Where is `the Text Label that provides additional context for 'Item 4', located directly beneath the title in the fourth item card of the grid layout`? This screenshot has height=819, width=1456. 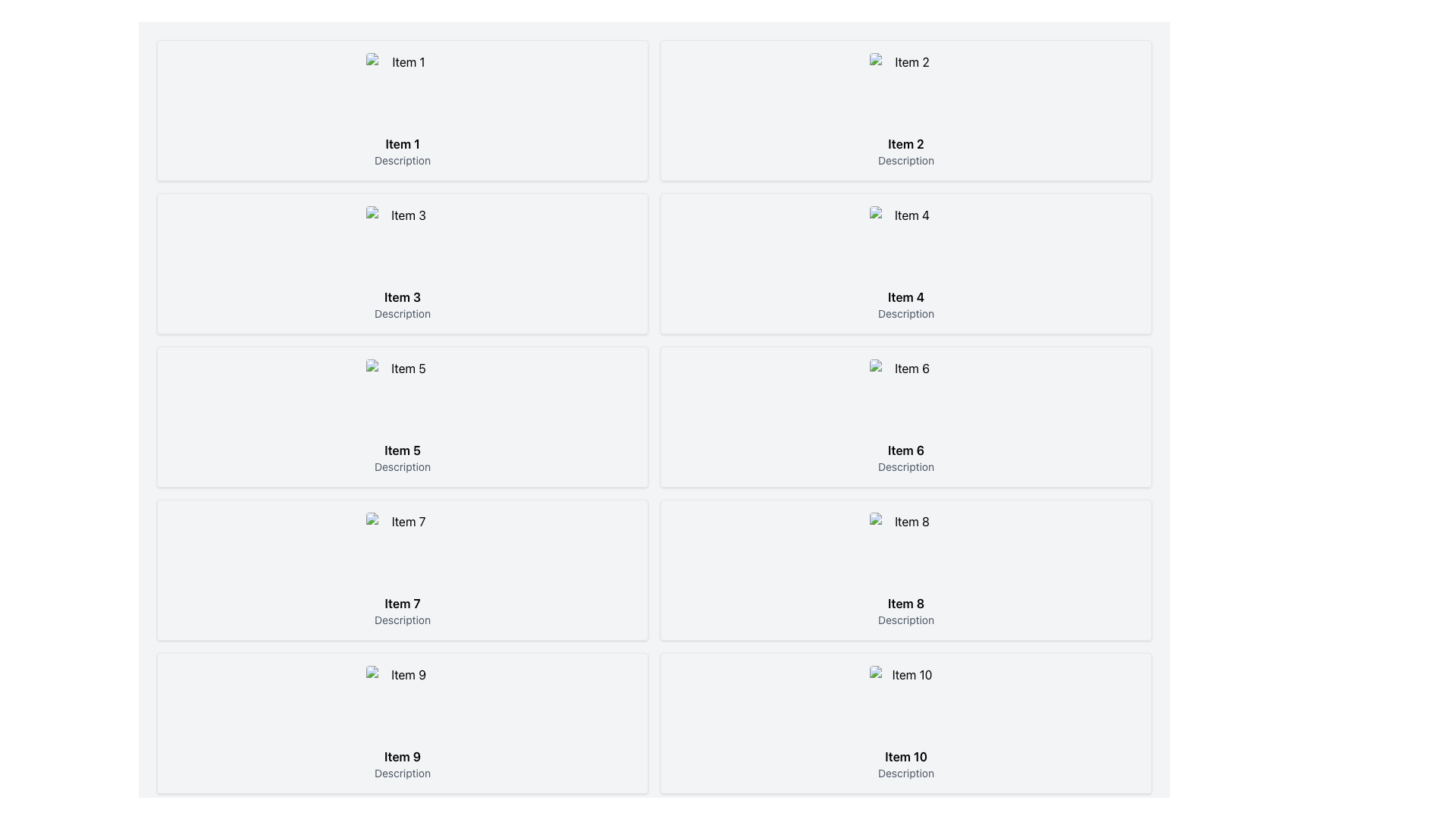
the Text Label that provides additional context for 'Item 4', located directly beneath the title in the fourth item card of the grid layout is located at coordinates (906, 312).